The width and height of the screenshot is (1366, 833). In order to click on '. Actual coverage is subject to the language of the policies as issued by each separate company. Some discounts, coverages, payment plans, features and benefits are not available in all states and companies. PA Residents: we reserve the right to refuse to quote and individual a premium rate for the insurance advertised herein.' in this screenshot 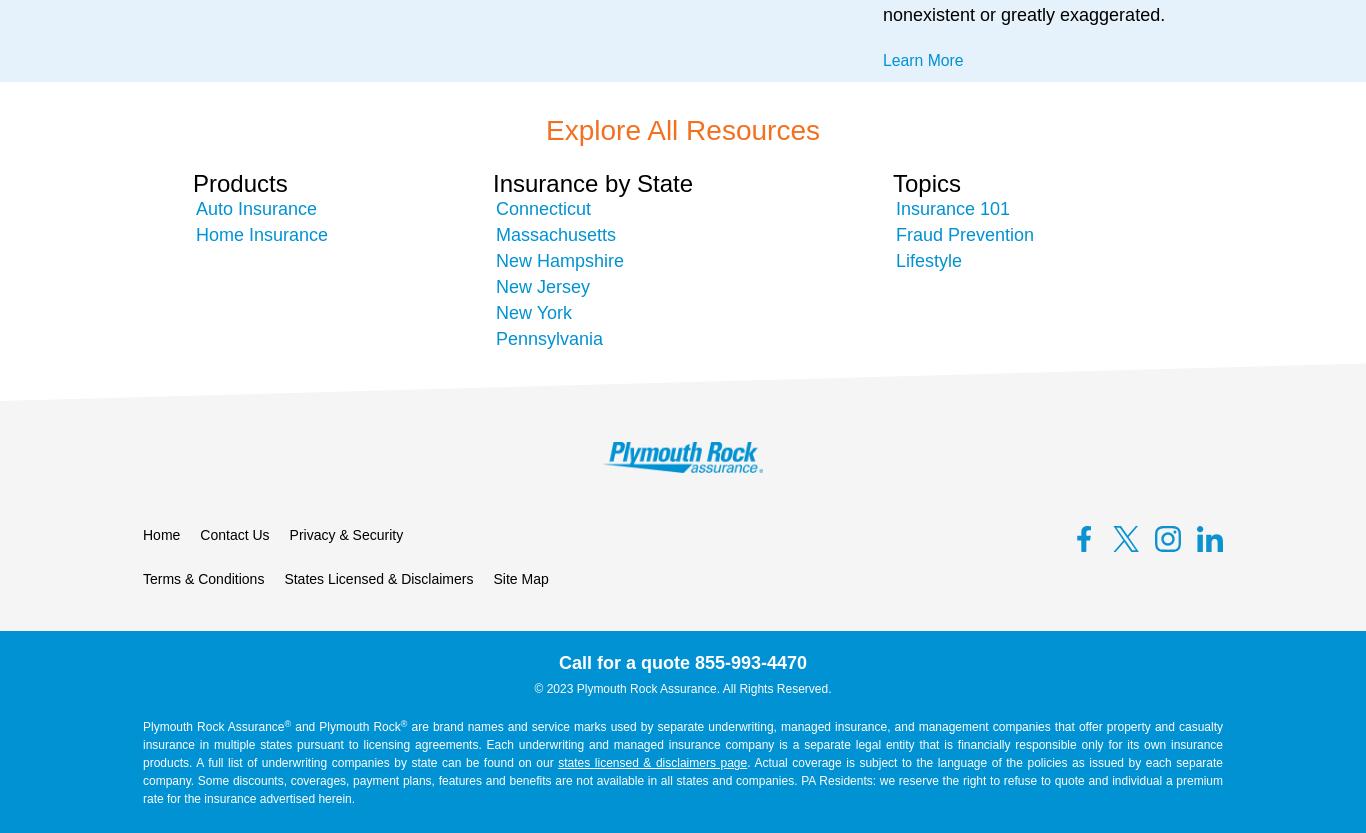, I will do `click(683, 780)`.